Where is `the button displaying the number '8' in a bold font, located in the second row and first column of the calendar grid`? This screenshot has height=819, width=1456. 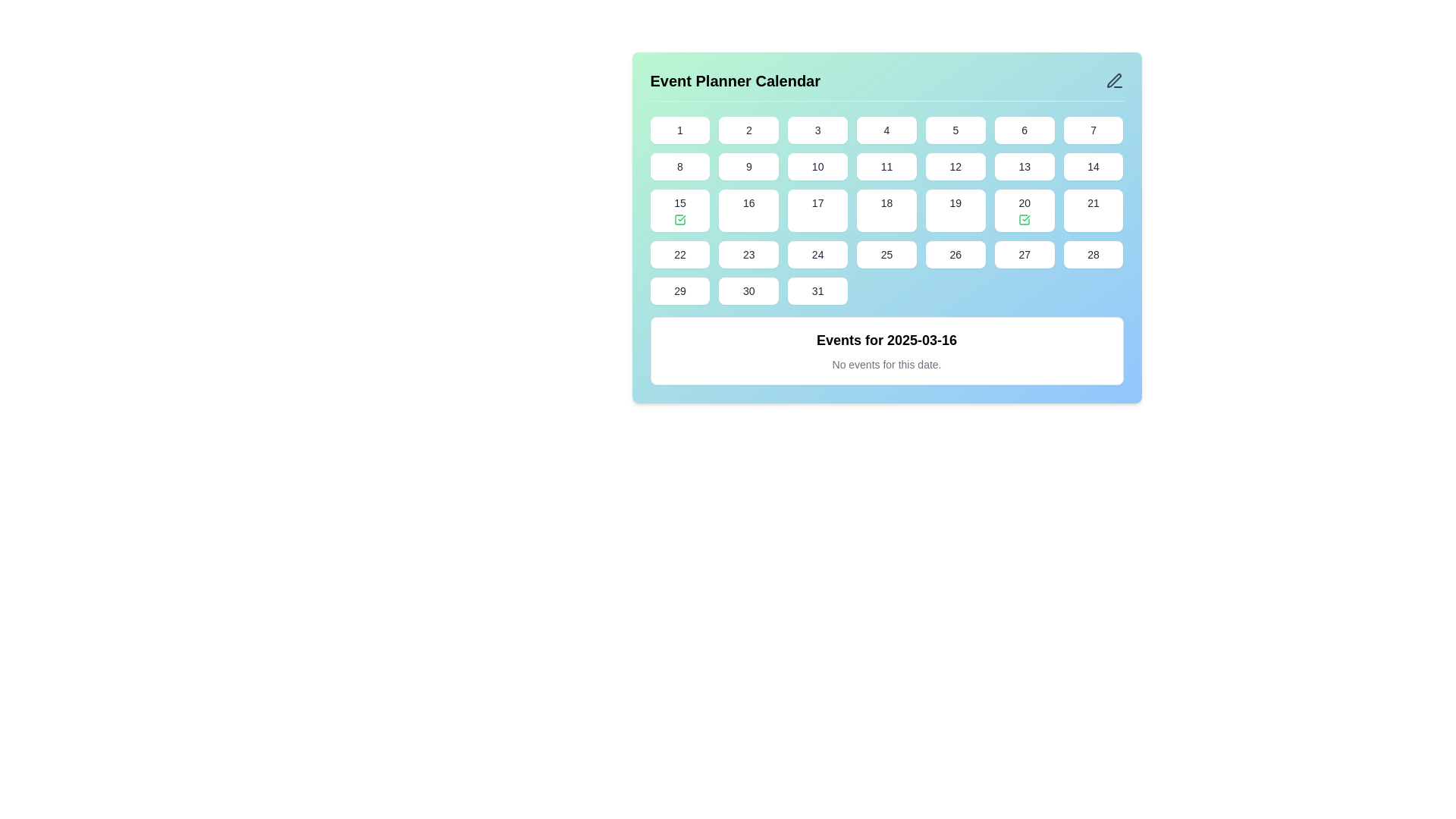 the button displaying the number '8' in a bold font, located in the second row and first column of the calendar grid is located at coordinates (679, 166).